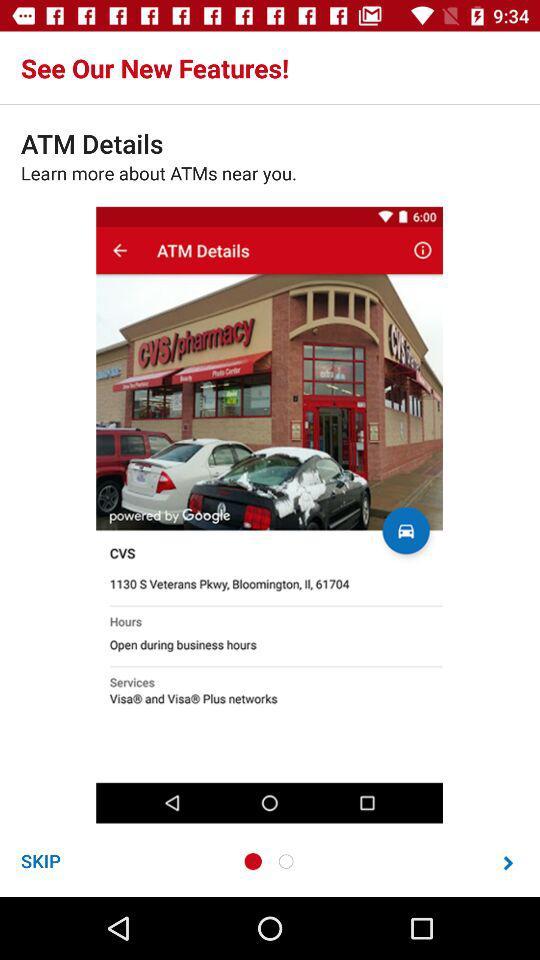  I want to click on the skip at the bottom left corner, so click(40, 860).